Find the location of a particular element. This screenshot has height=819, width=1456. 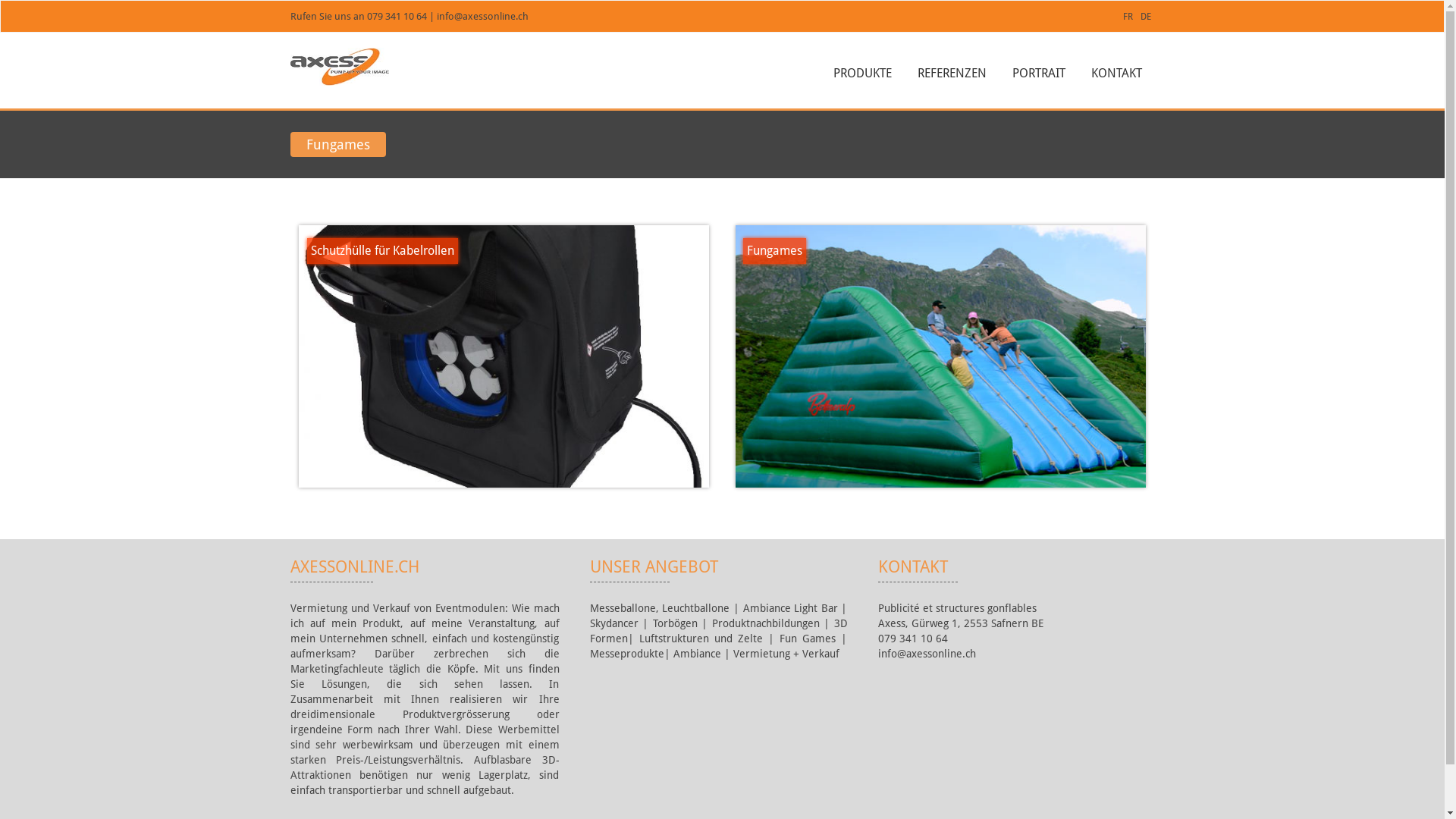

'REFERENZEN' is located at coordinates (951, 73).